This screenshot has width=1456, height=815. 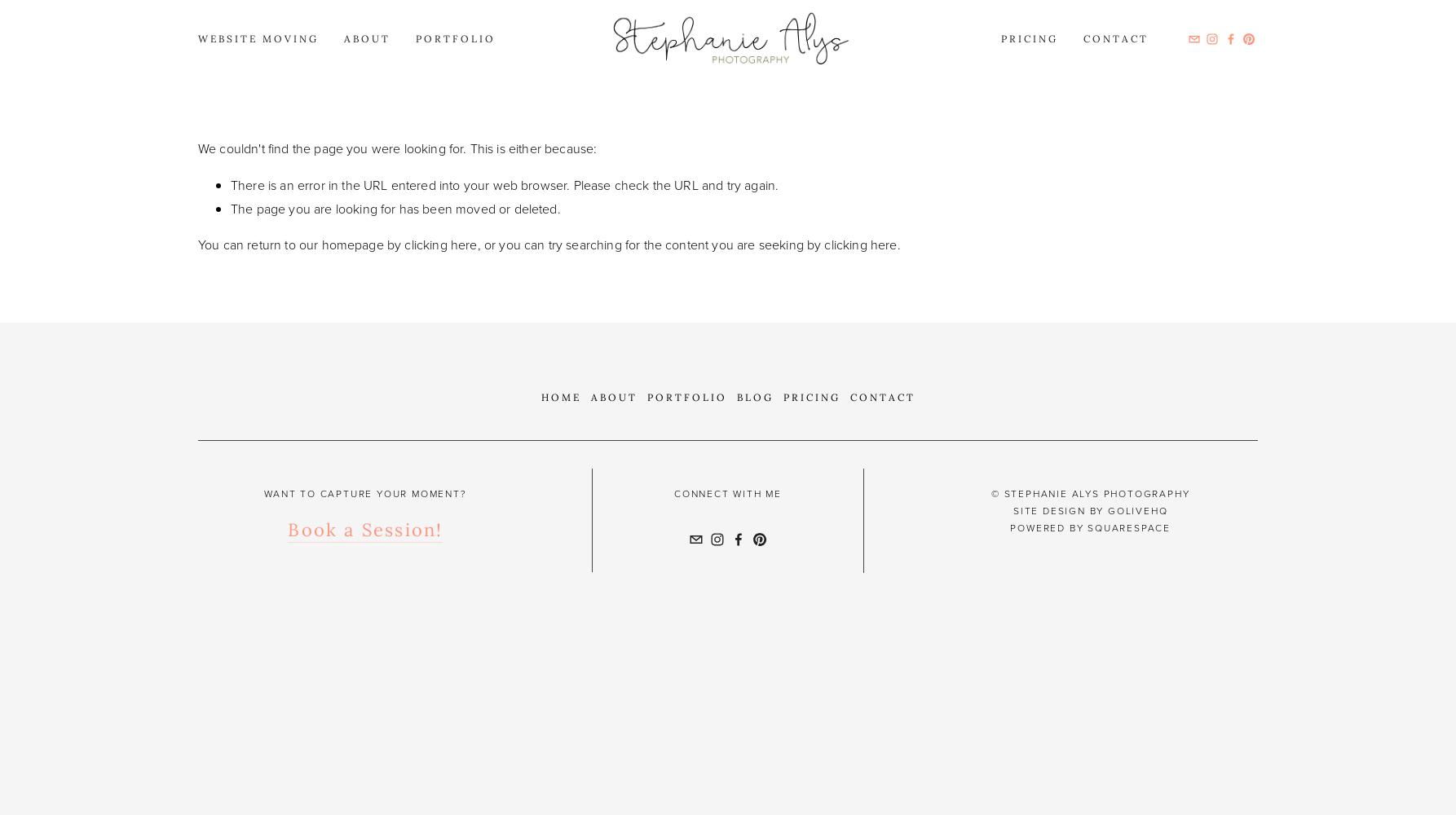 I want to click on 'We couldn't find the page you were looking for. This is either because:', so click(x=396, y=148).